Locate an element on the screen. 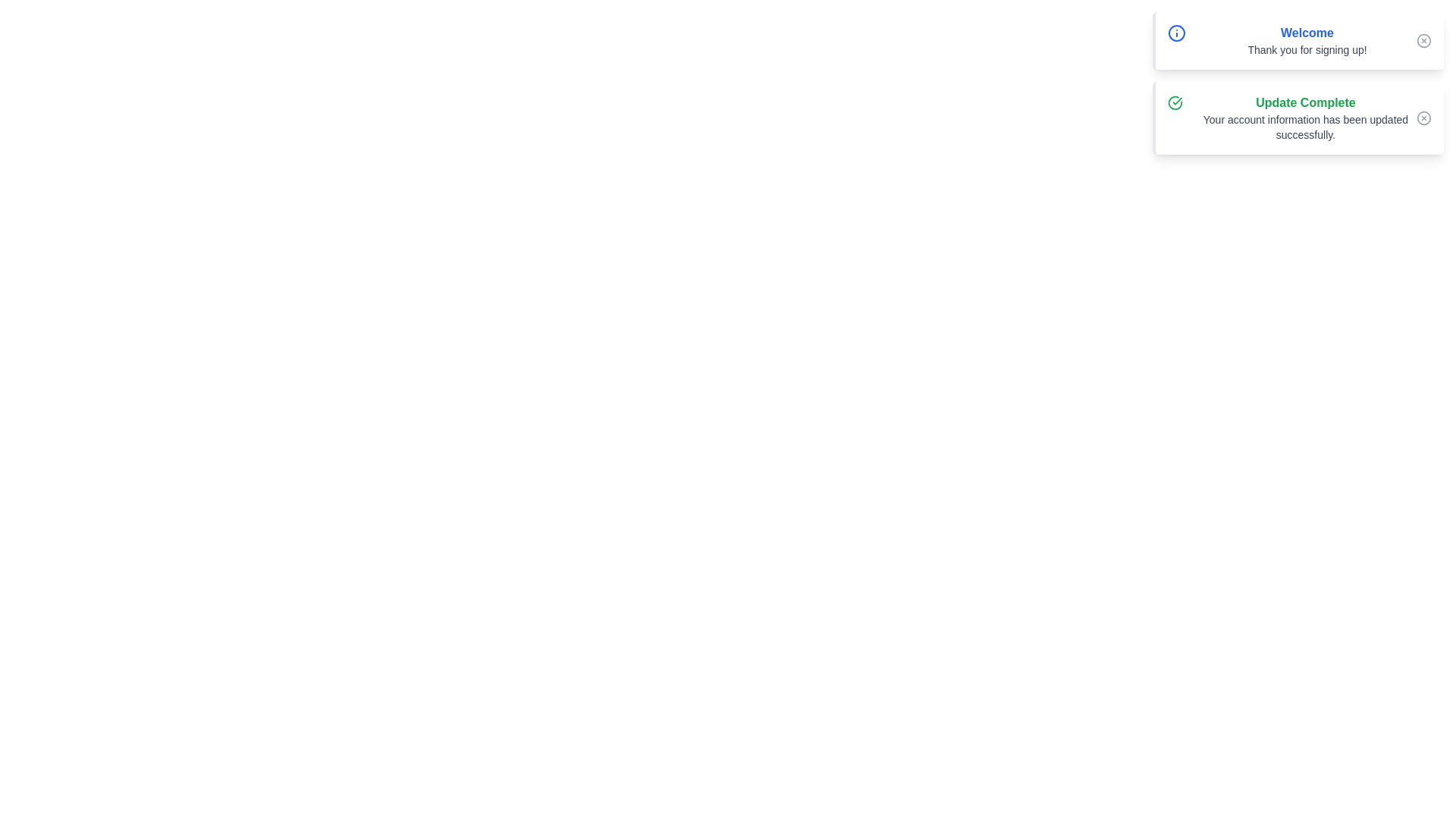 This screenshot has width=1456, height=819. the static text label that says 'Thank you for signing up!', located directly under the bold blue 'Welcome' text within the notification box in the upper right region of the interface is located at coordinates (1306, 49).